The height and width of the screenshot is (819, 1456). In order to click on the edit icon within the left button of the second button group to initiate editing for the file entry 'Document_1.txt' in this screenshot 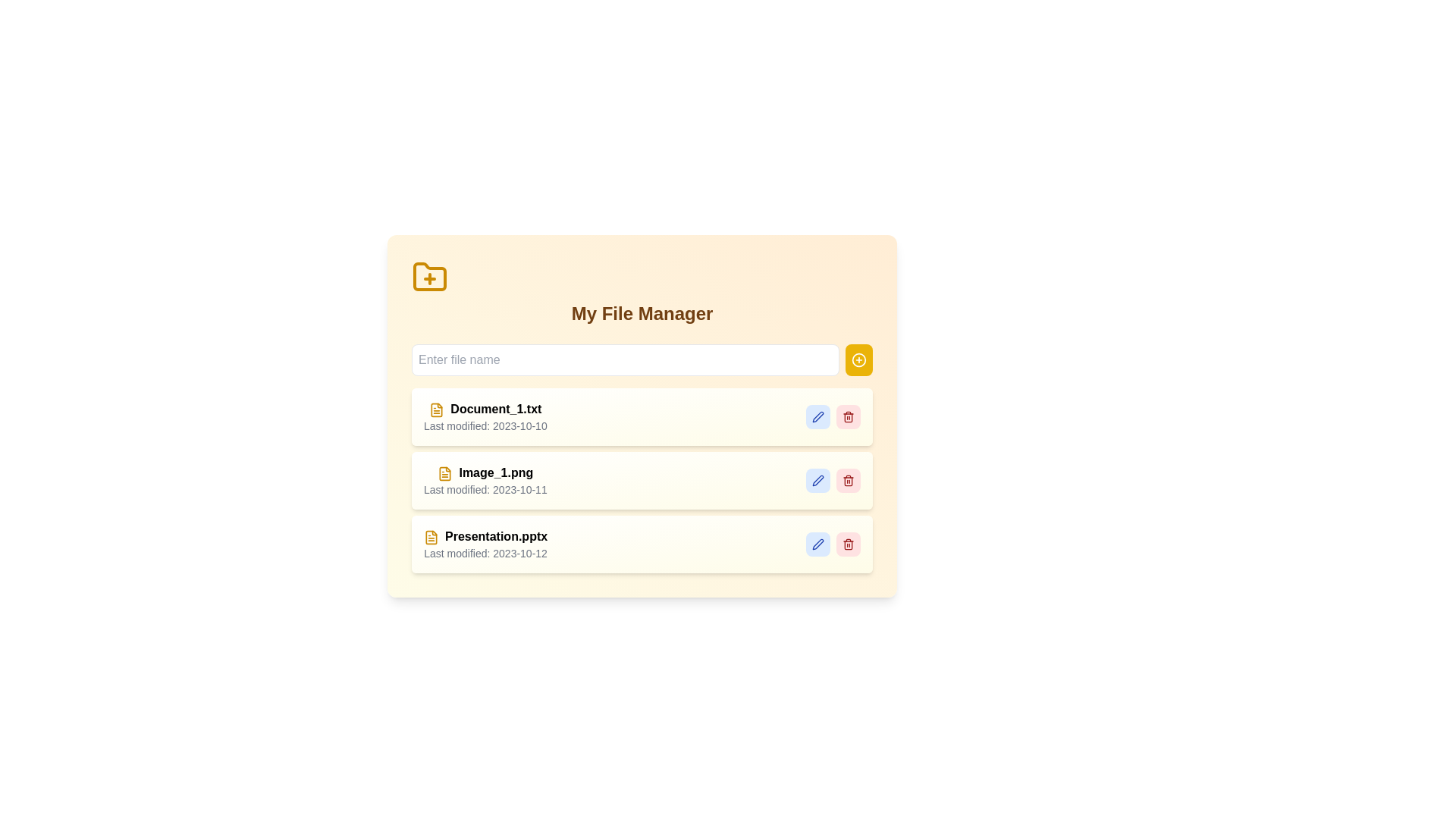, I will do `click(817, 417)`.